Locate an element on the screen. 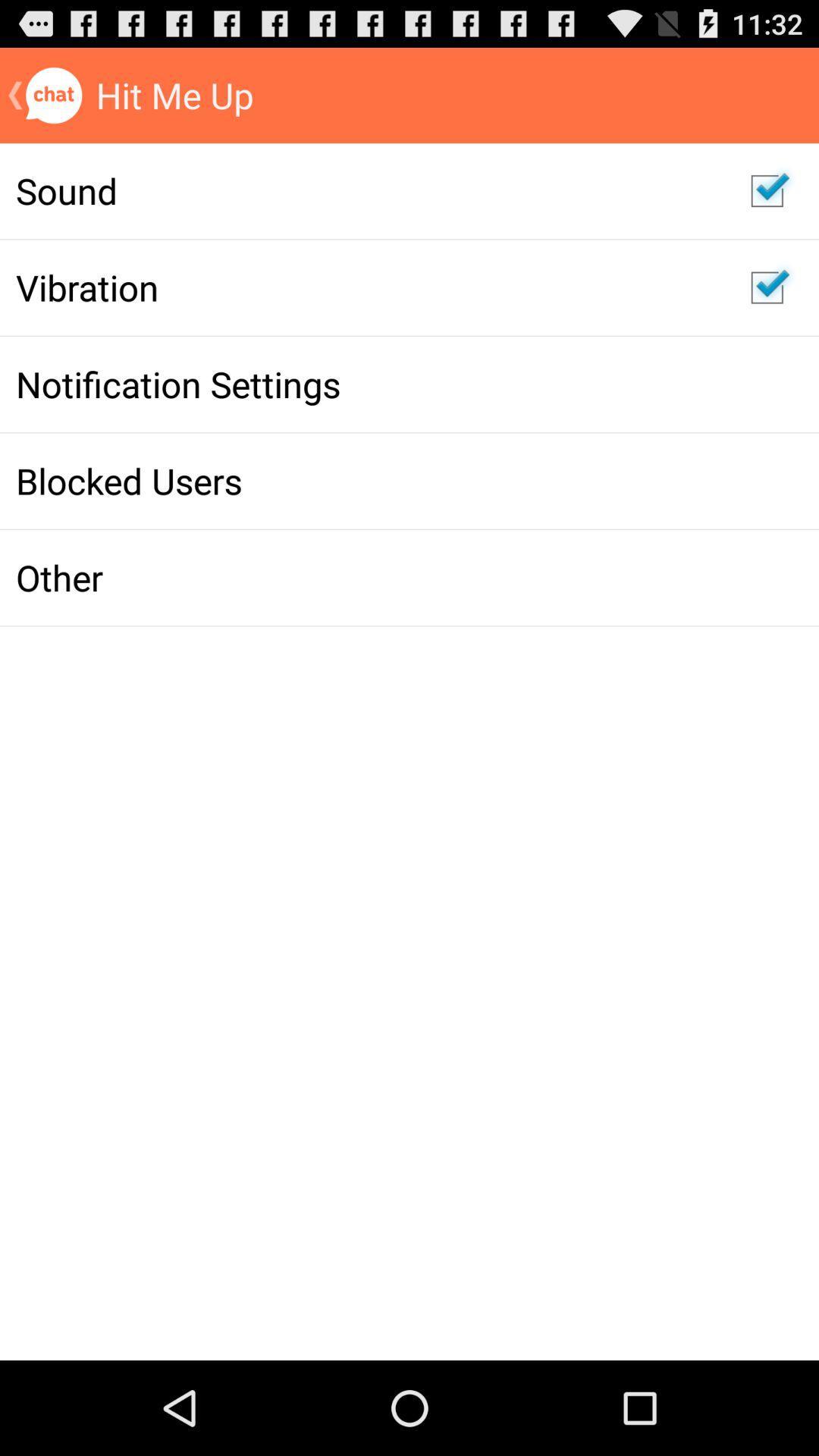 The width and height of the screenshot is (819, 1456). the app above blocked users icon is located at coordinates (367, 384).